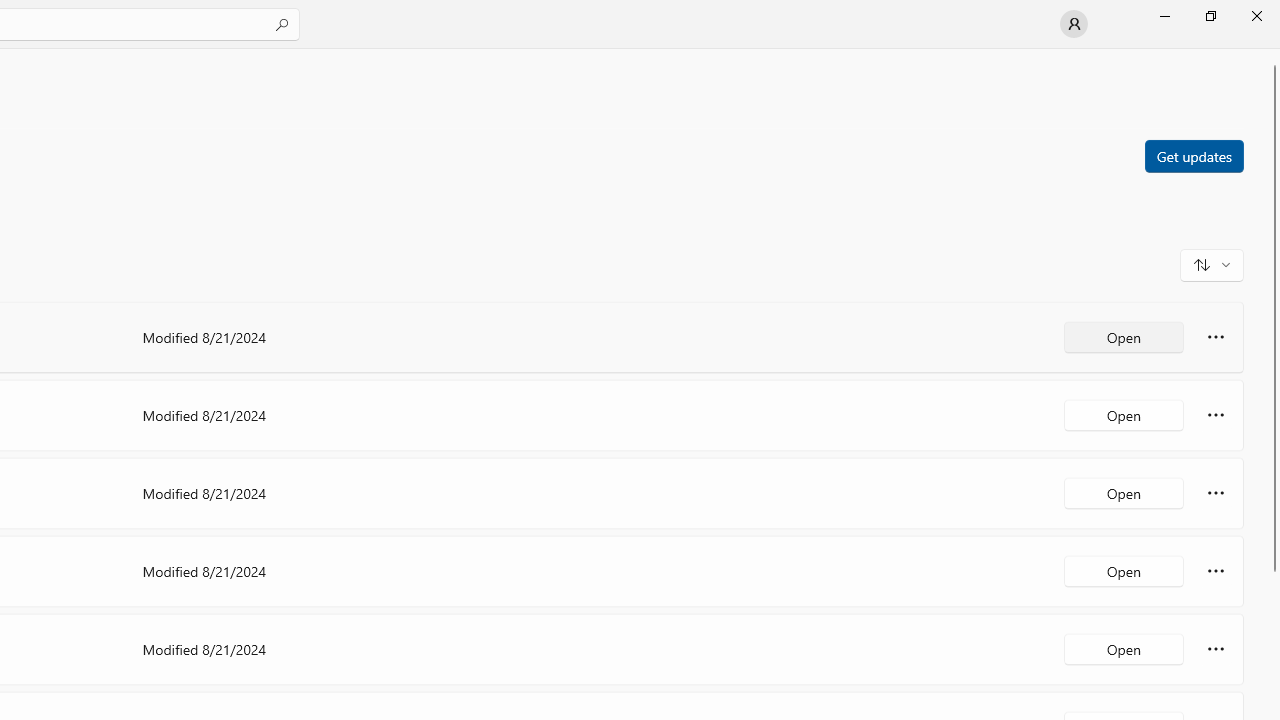 Image resolution: width=1280 pixels, height=720 pixels. I want to click on 'User profile', so click(1072, 24).